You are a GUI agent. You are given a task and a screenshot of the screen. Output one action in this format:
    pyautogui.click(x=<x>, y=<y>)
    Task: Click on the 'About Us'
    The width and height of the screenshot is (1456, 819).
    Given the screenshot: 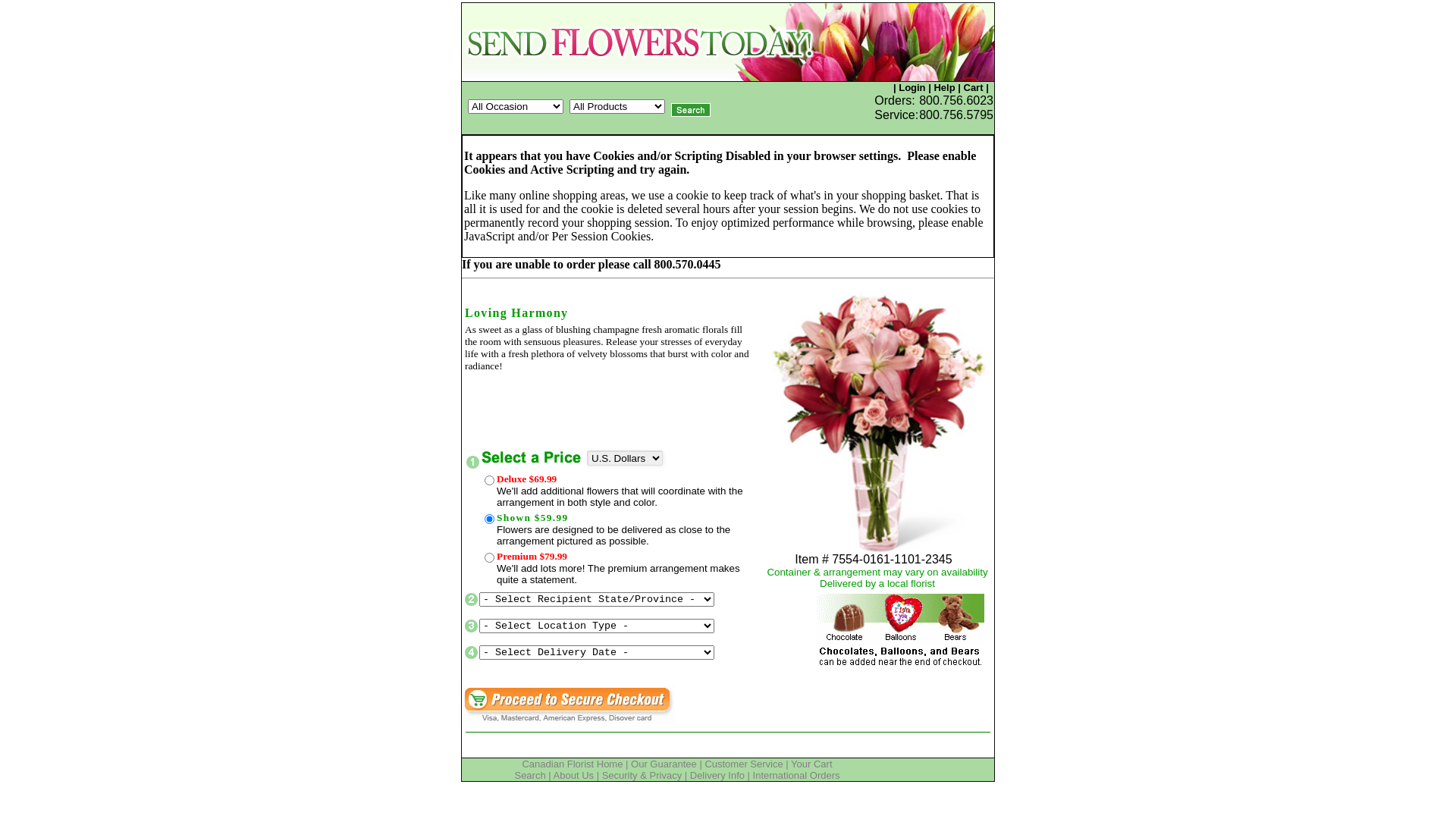 What is the action you would take?
    pyautogui.click(x=573, y=775)
    